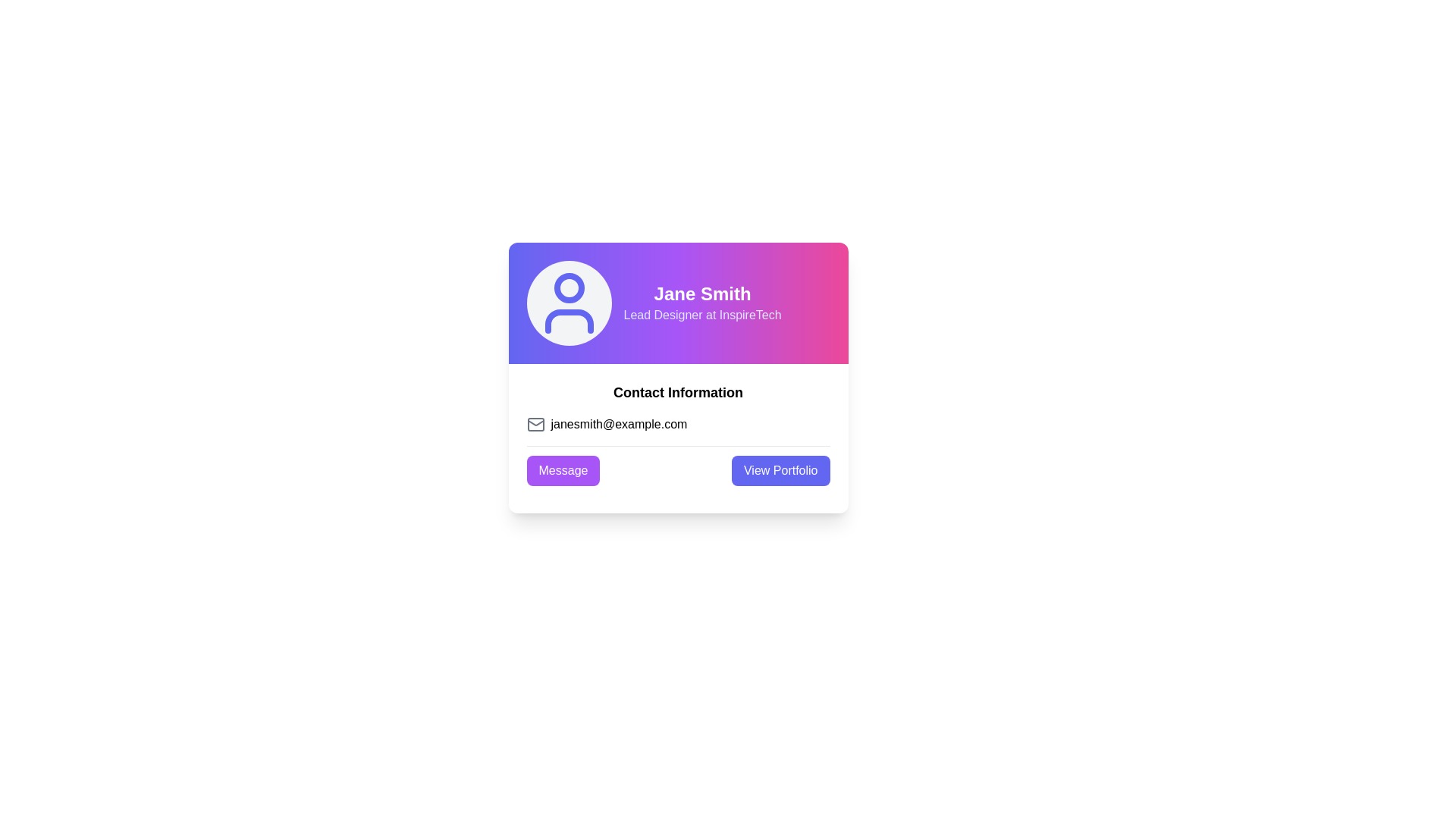  Describe the element at coordinates (568, 321) in the screenshot. I see `the decorative torso component of the user icon located at the top-left corner of the user profile card, positioned beneath the user's head icon` at that location.